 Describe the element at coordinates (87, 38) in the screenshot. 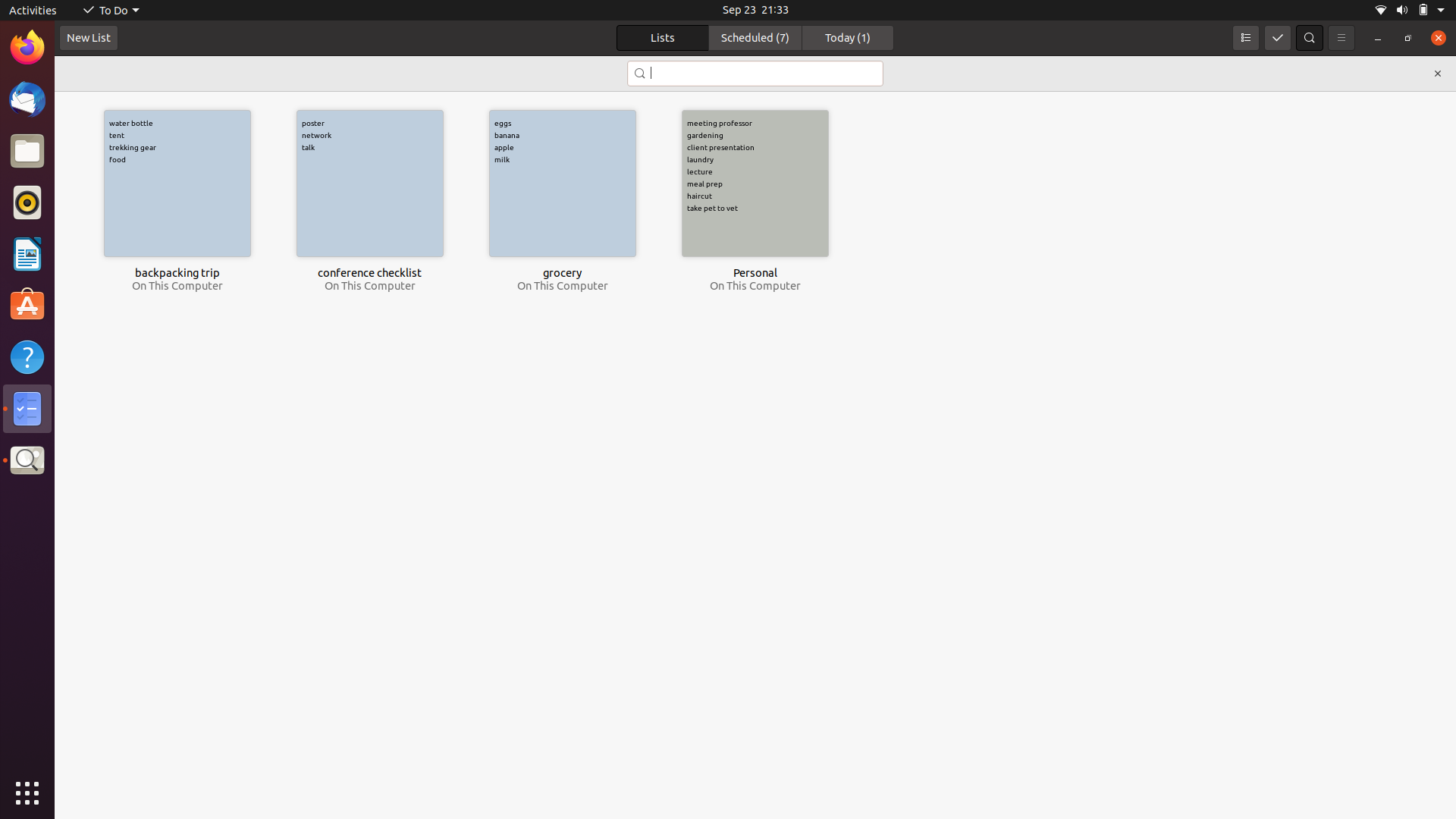

I see `the creation of a novel list` at that location.